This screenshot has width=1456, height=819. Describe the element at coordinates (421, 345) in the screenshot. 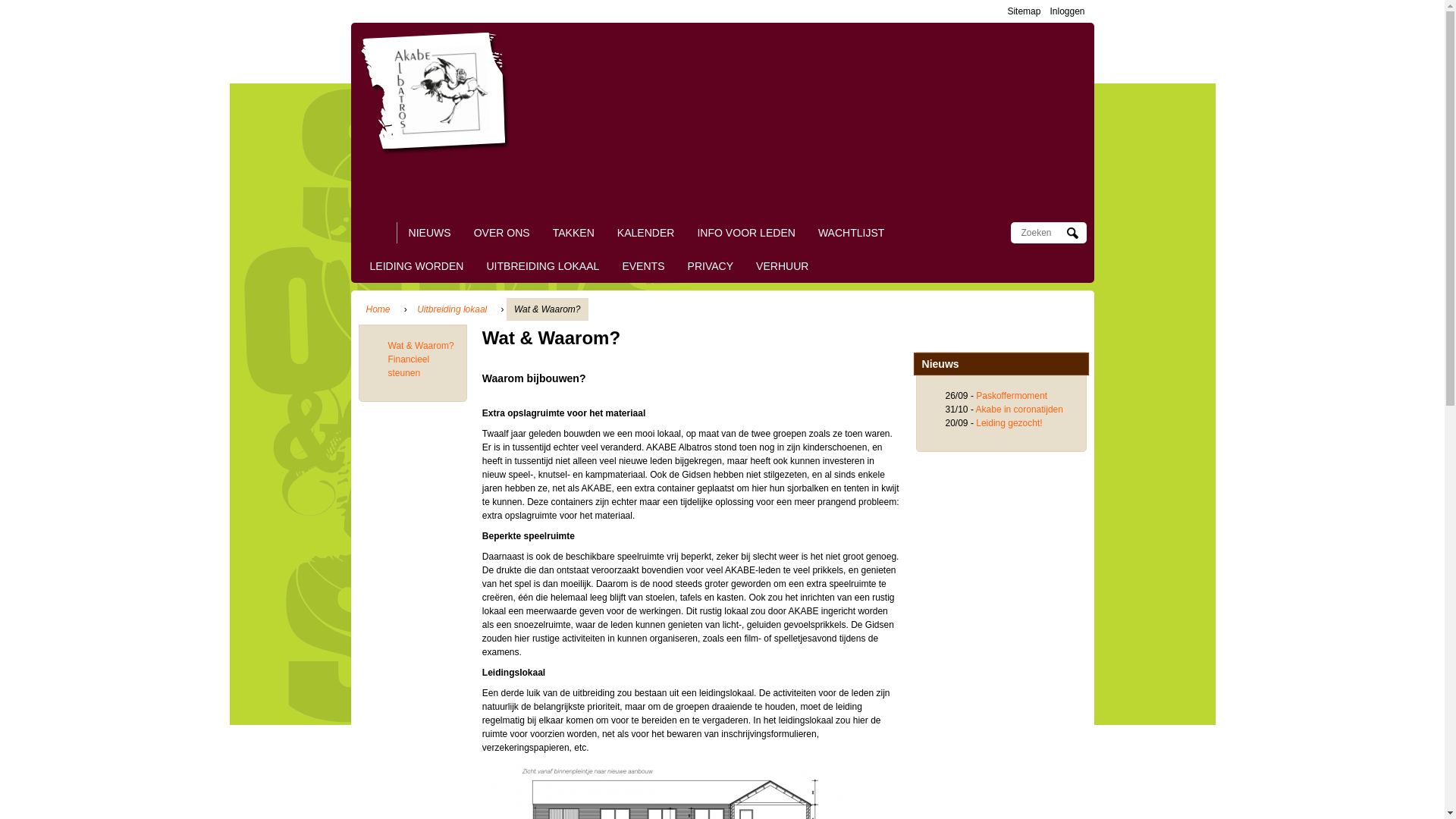

I see `'Wat & Waarom?'` at that location.